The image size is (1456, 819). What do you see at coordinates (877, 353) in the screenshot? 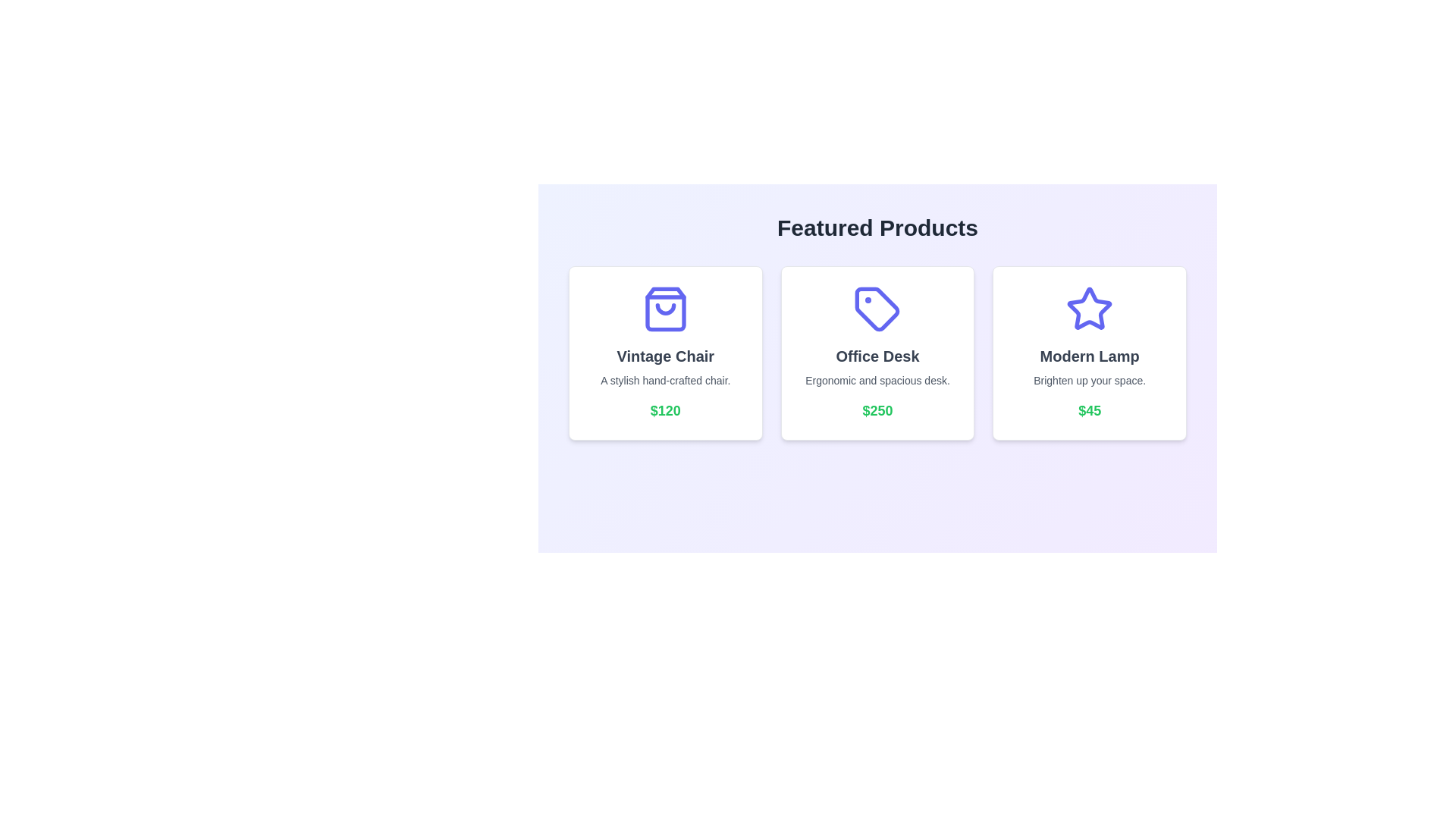
I see `the 'Office Desk' product card located in the middle column of the grid layout, which provides details about the product including its name, description, and price` at bounding box center [877, 353].